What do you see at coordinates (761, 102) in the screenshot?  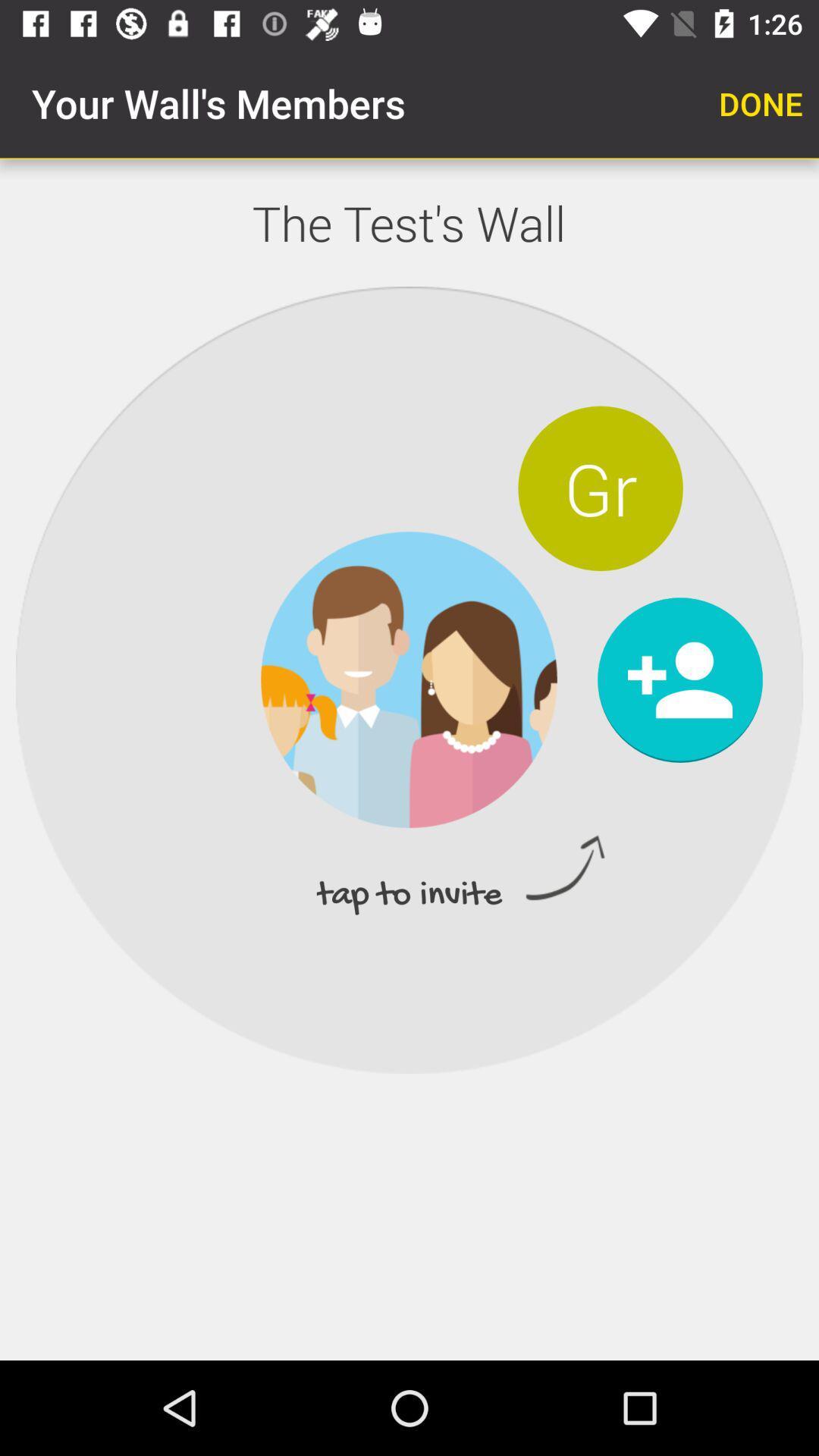 I see `app next to your wall s item` at bounding box center [761, 102].